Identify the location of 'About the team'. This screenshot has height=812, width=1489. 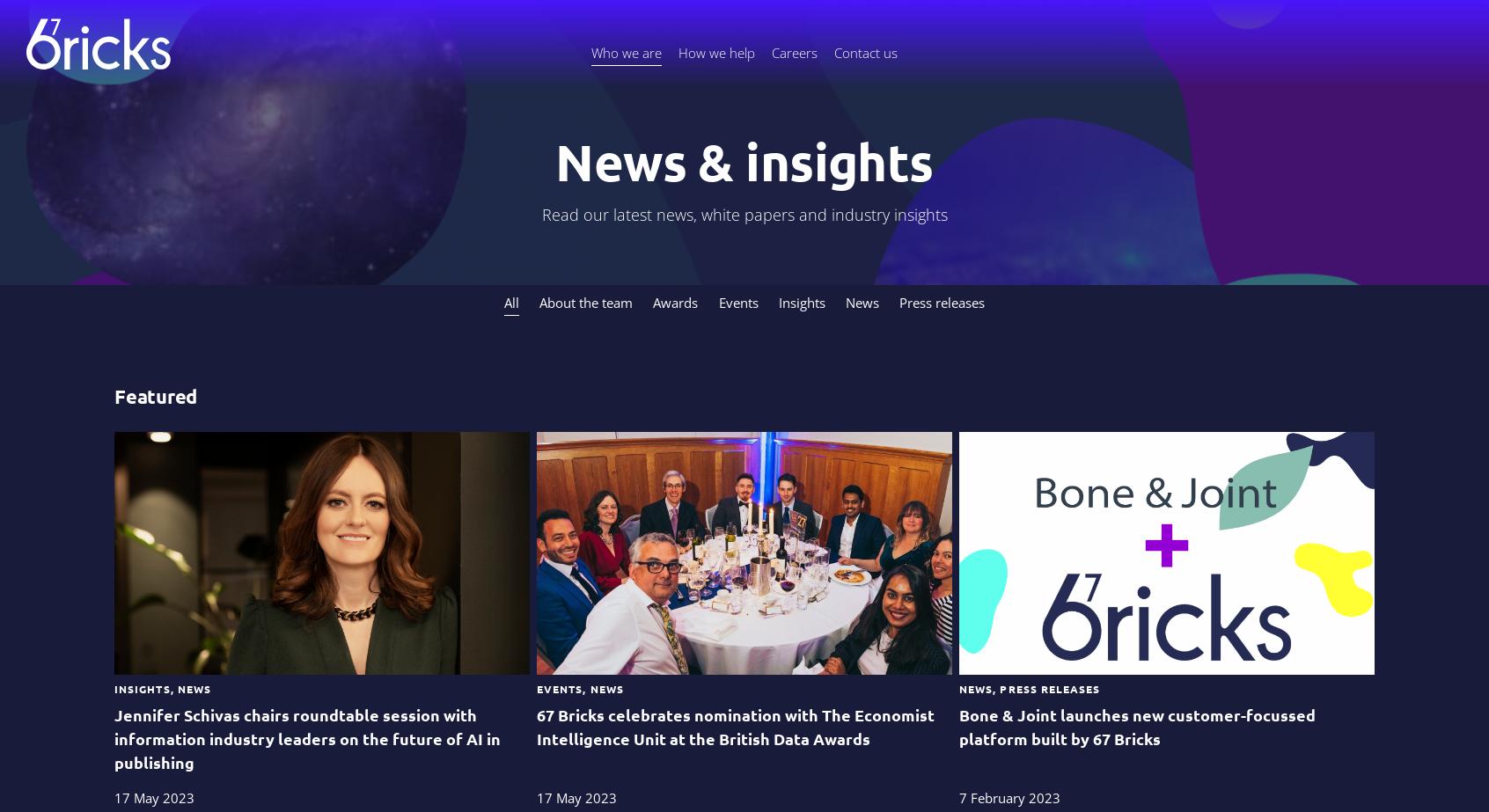
(585, 303).